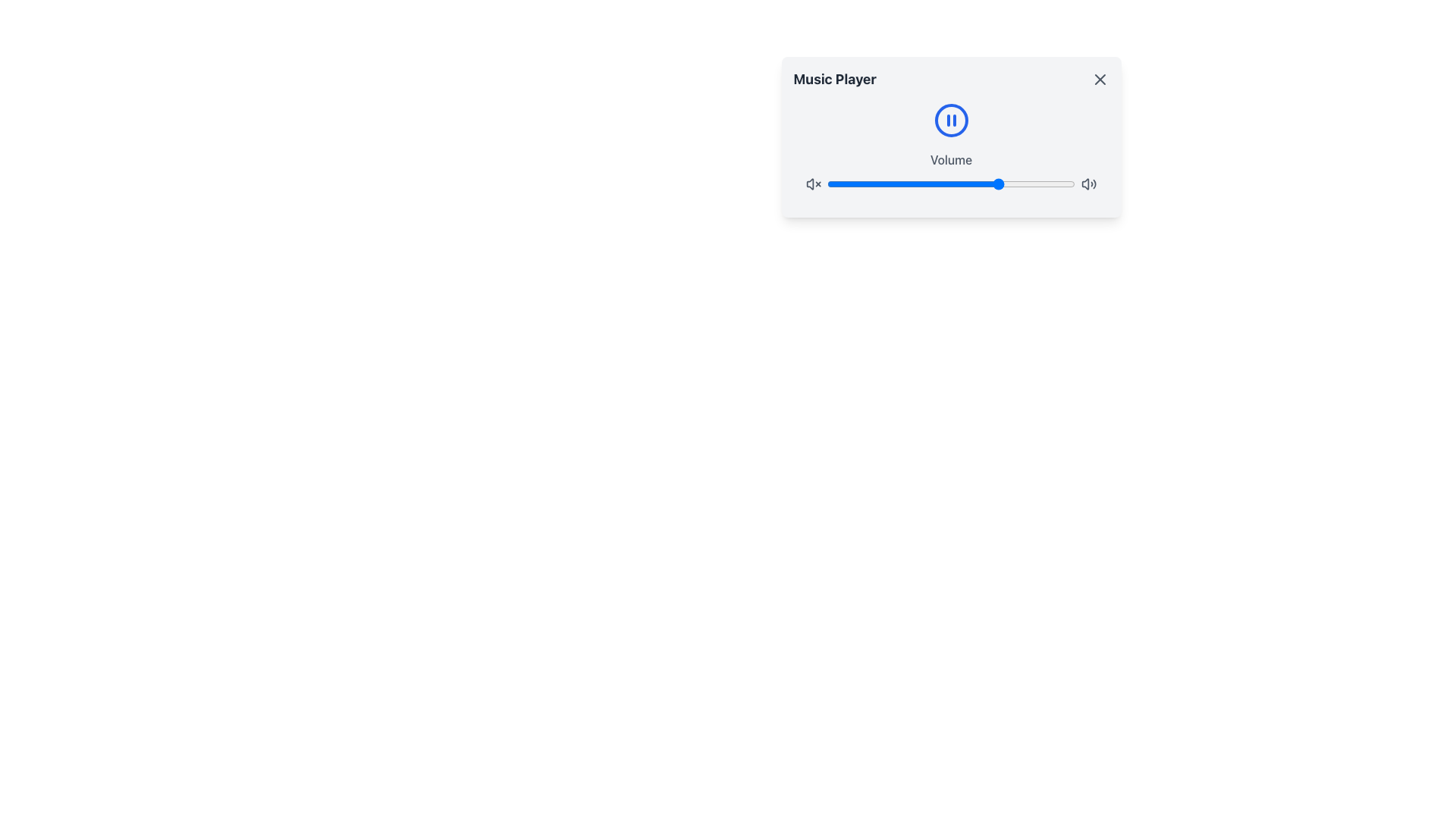 This screenshot has height=819, width=1456. I want to click on the volume slider, so click(839, 184).